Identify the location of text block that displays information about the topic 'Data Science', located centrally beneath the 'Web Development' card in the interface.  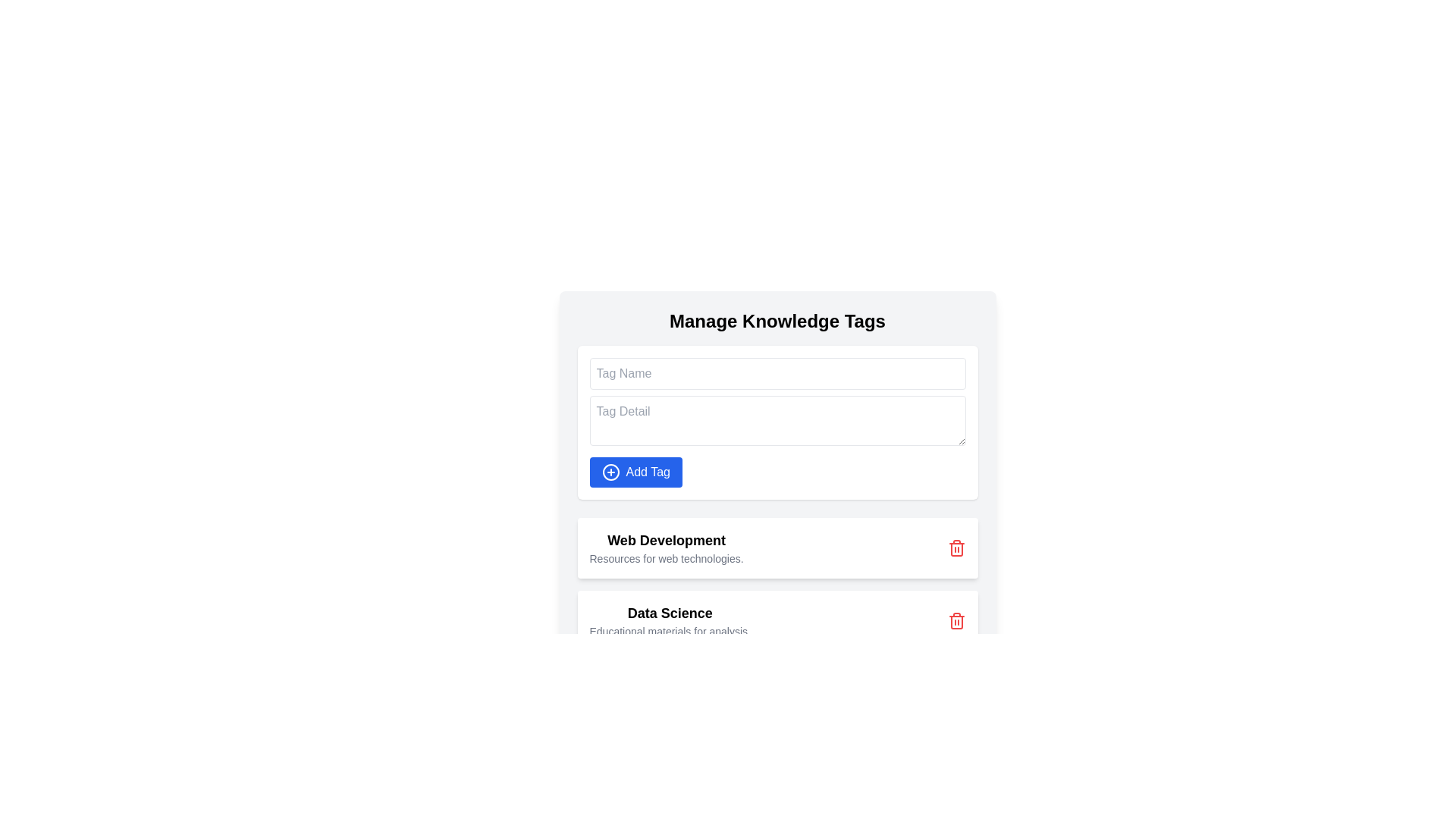
(669, 620).